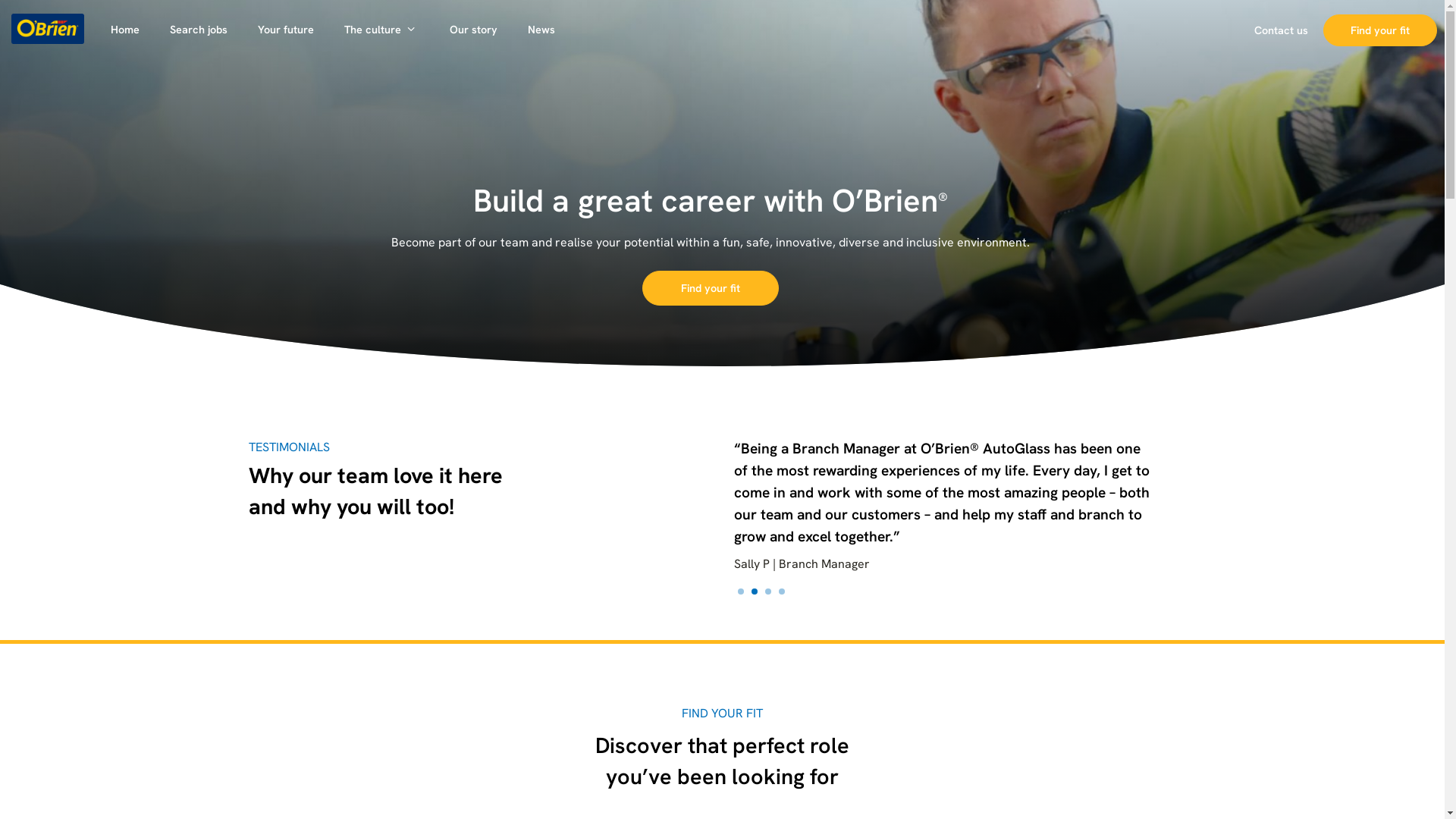  Describe the element at coordinates (124, 30) in the screenshot. I see `'Home'` at that location.